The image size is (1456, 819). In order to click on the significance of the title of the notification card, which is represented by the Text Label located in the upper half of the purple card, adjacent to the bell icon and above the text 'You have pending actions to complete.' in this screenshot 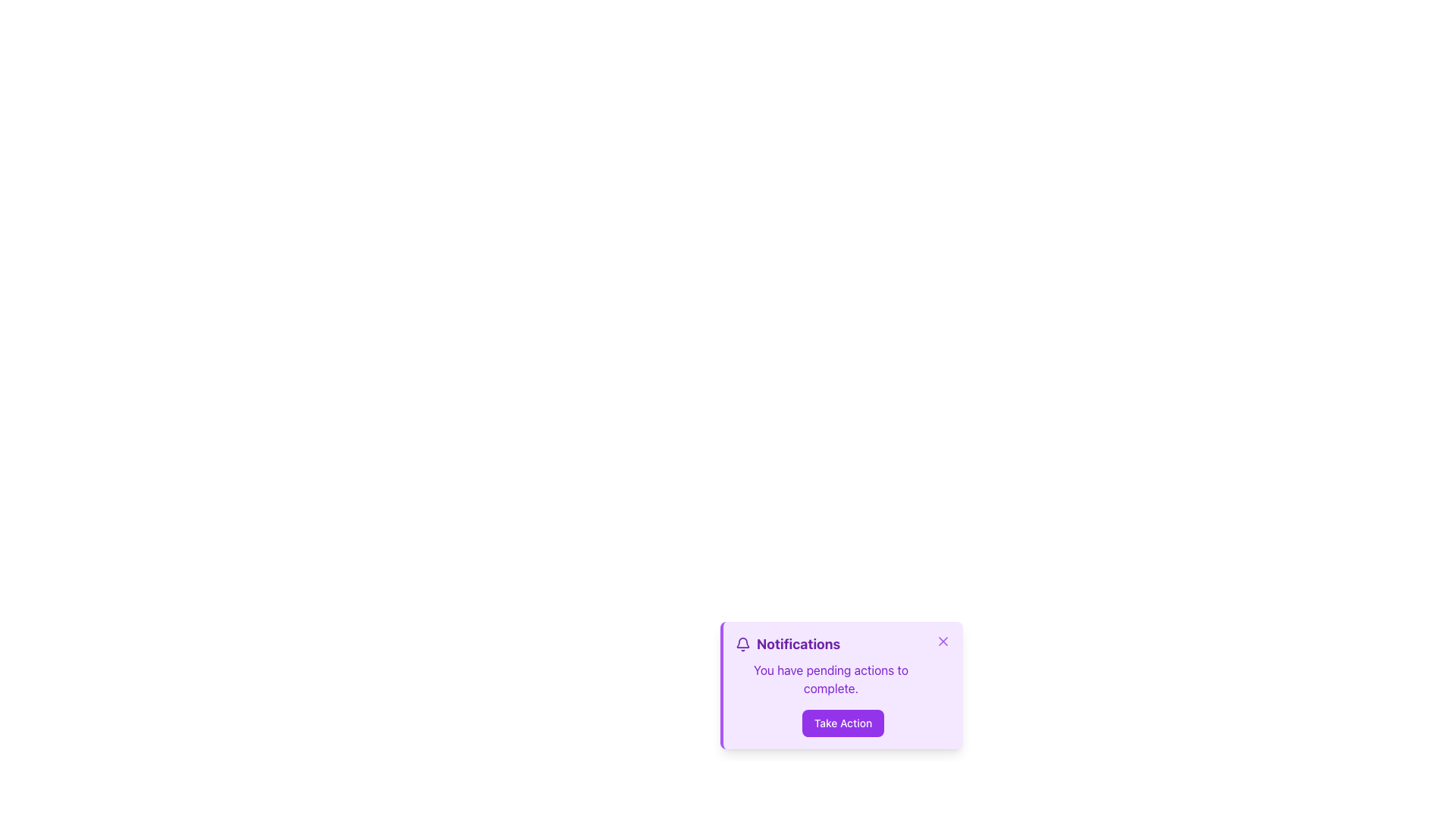, I will do `click(830, 644)`.